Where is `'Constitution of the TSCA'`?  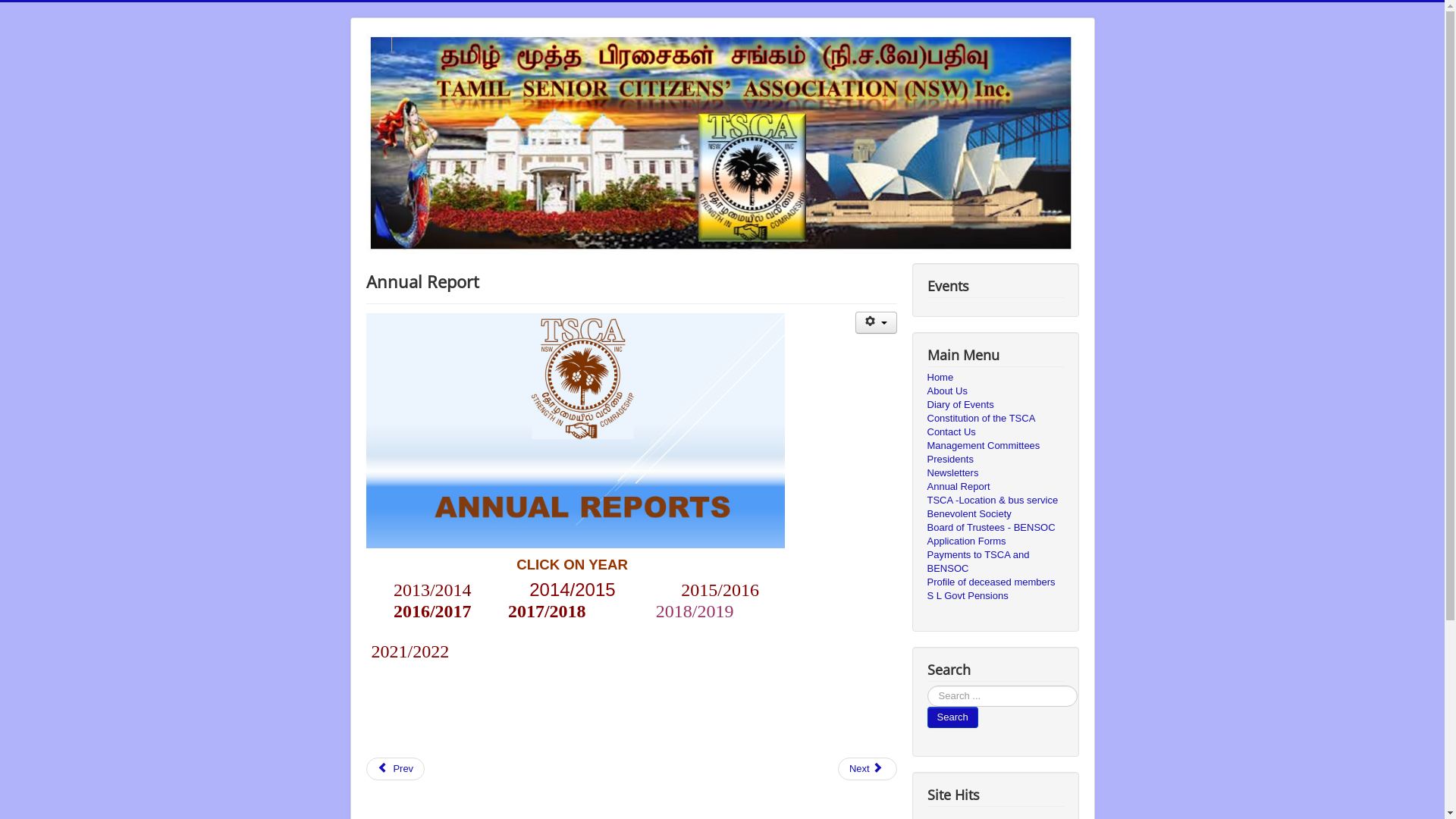
'Constitution of the TSCA' is located at coordinates (926, 418).